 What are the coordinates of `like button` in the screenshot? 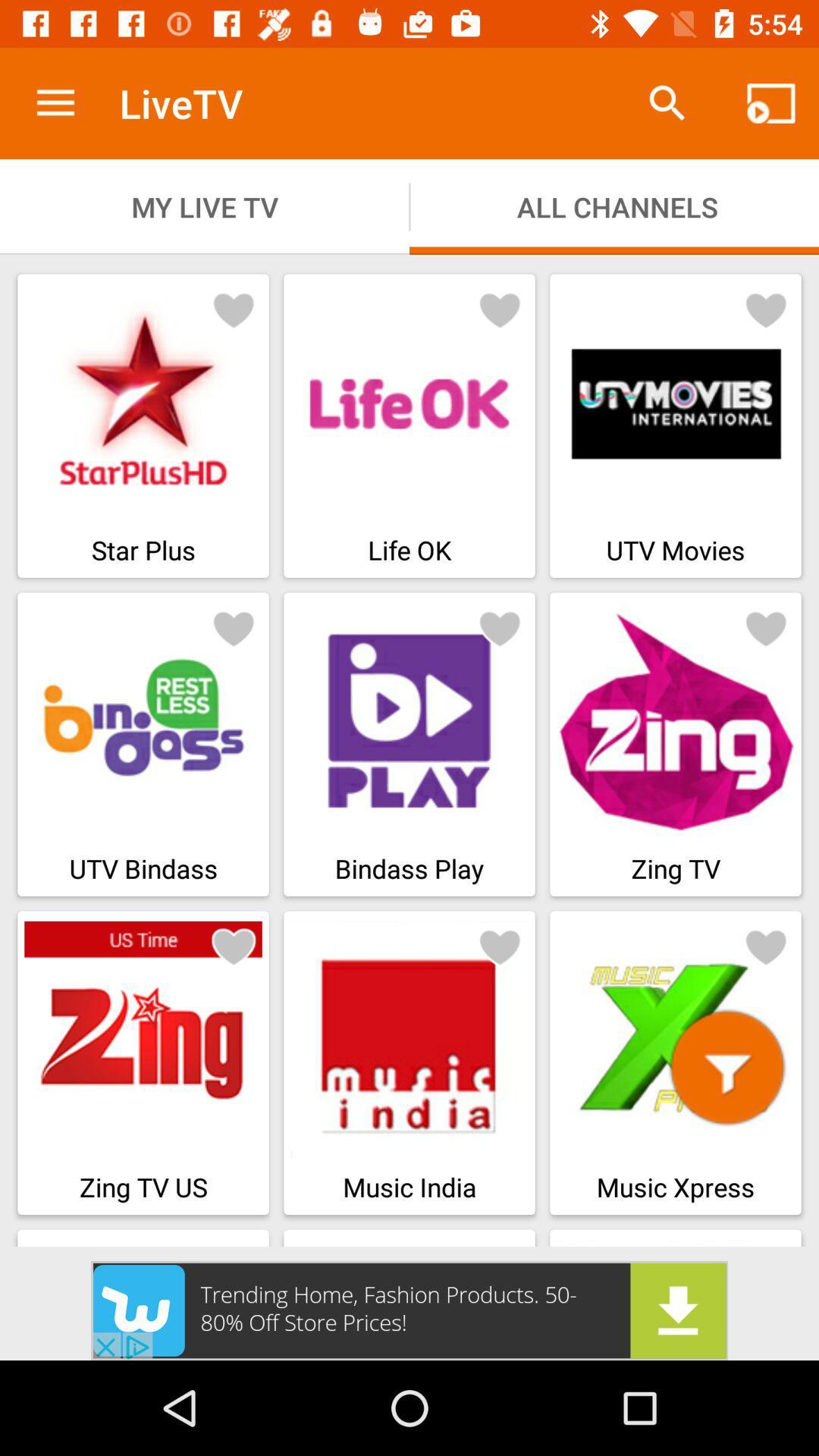 It's located at (234, 628).